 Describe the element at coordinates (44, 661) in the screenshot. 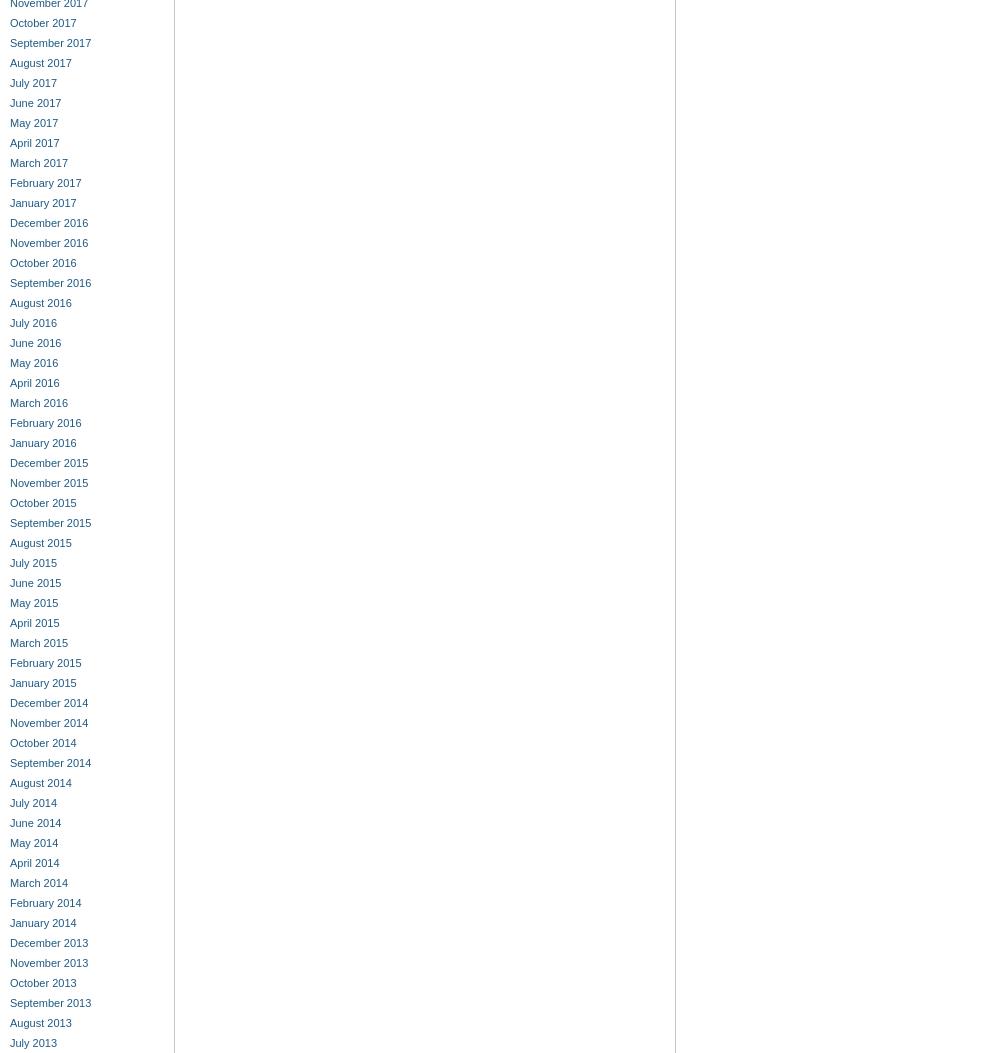

I see `'February 2015'` at that location.